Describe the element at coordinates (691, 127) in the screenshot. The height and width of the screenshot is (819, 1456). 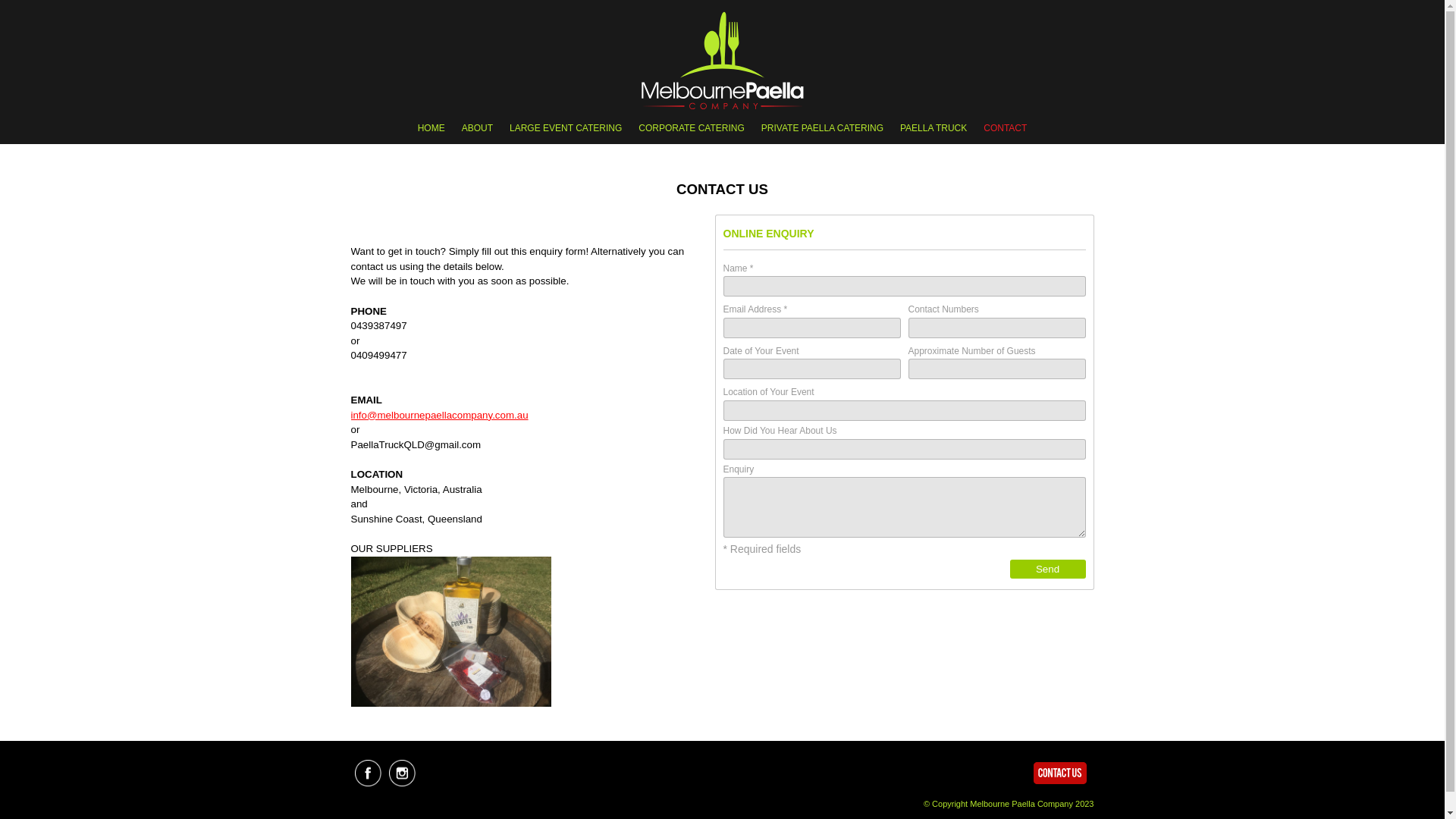
I see `'CORPORATE CATERING'` at that location.